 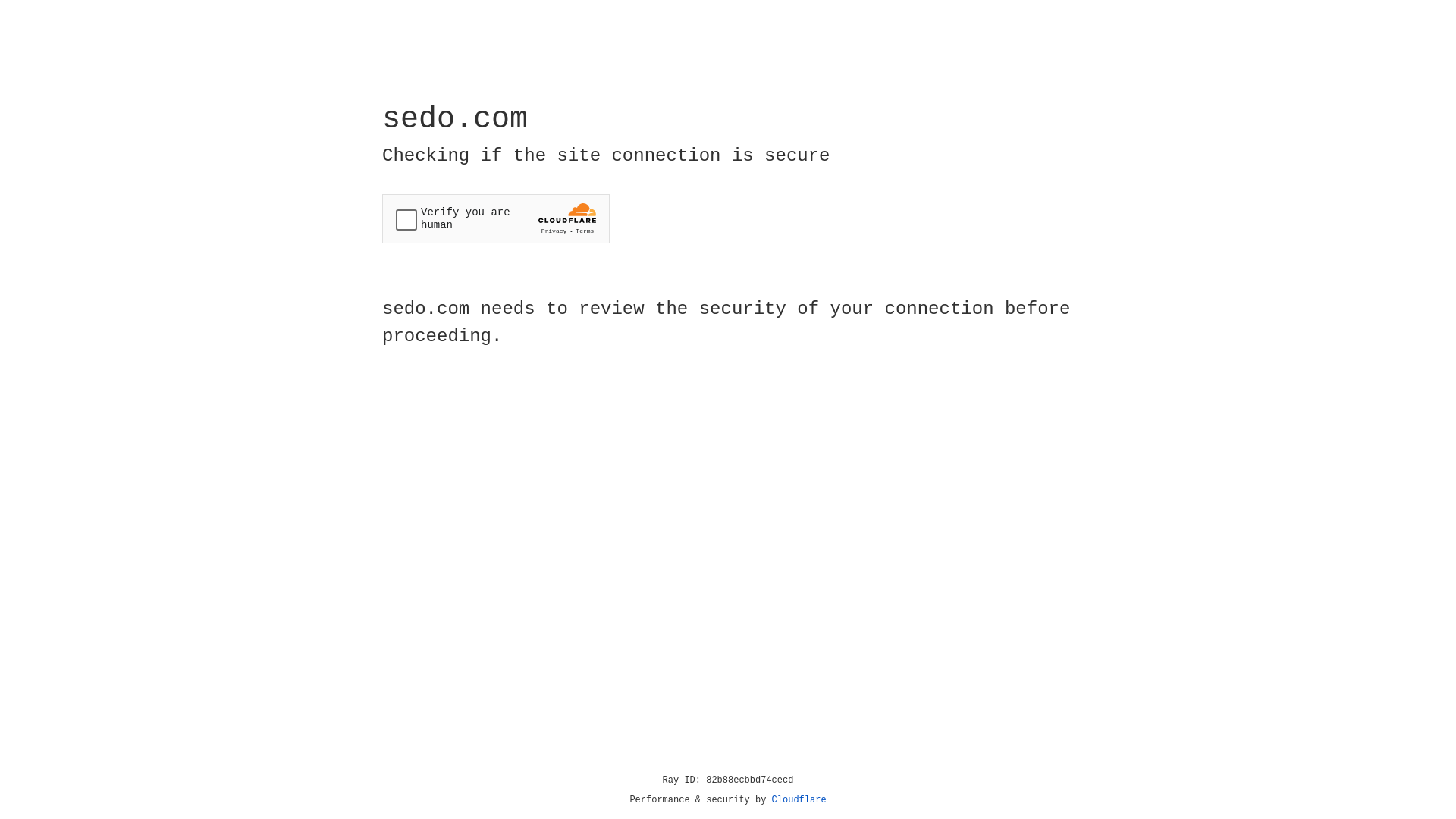 What do you see at coordinates (495, 218) in the screenshot?
I see `'Widget containing a Cloudflare security challenge'` at bounding box center [495, 218].